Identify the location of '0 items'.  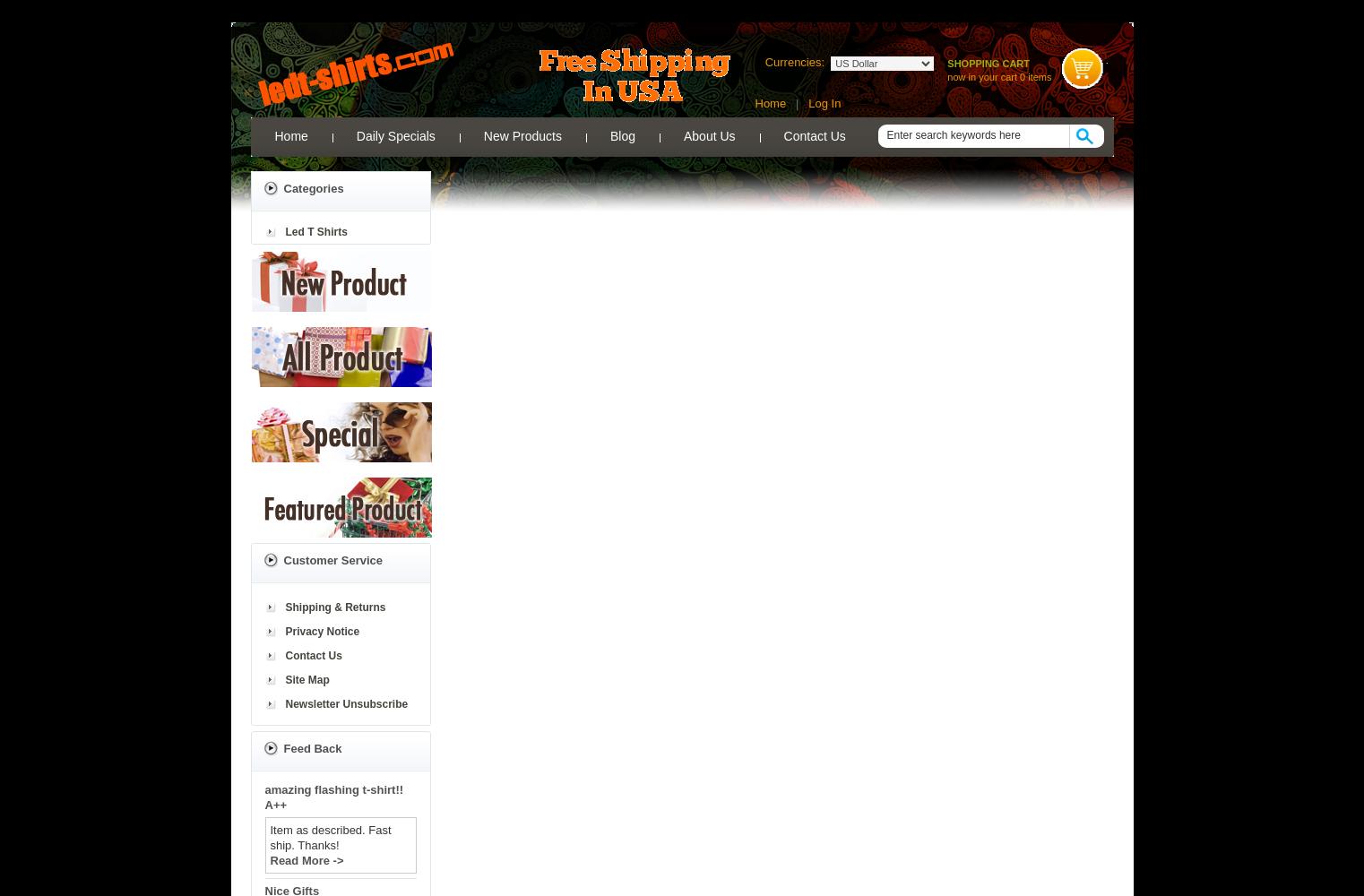
(1035, 76).